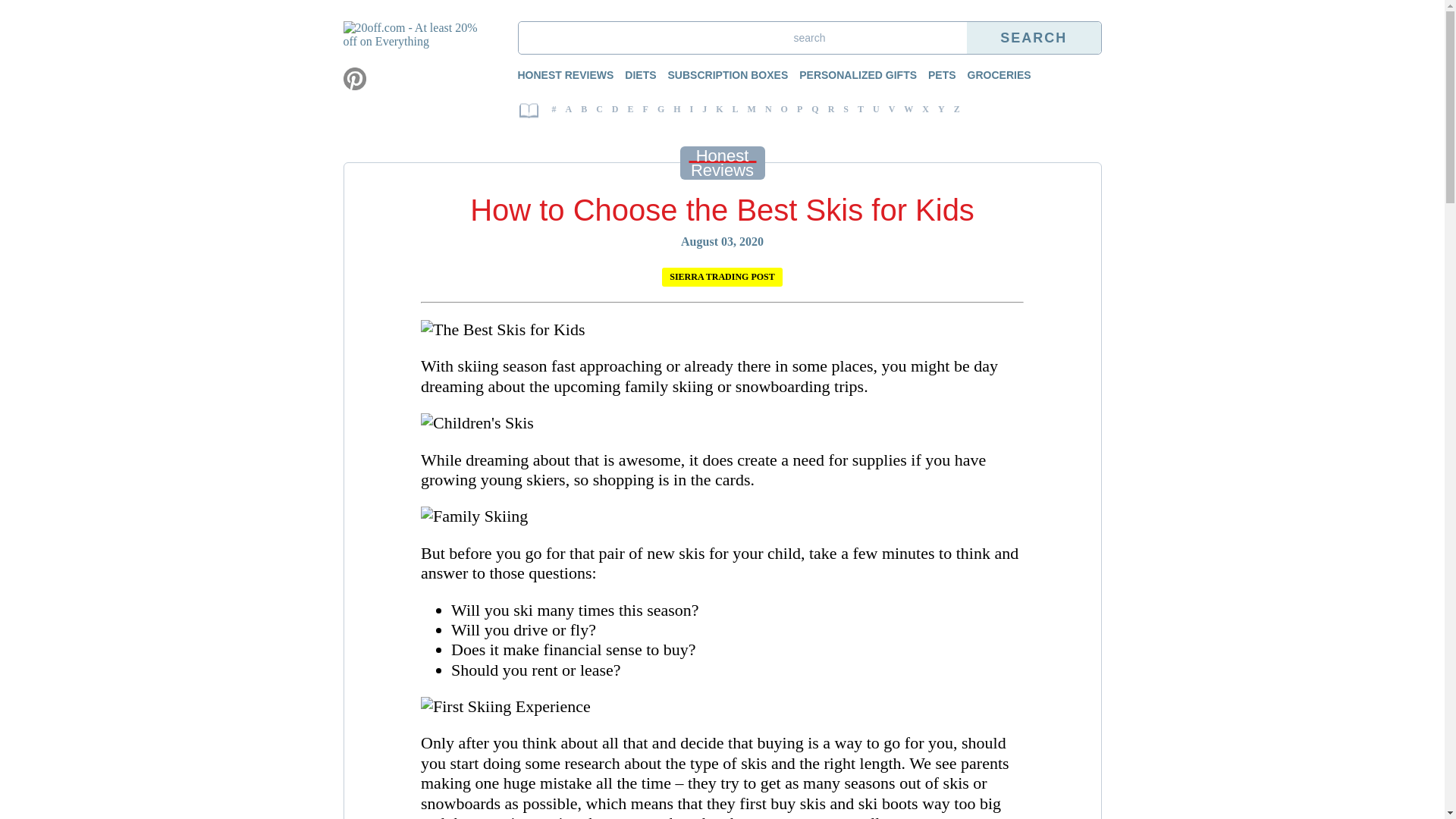 Image resolution: width=1456 pixels, height=819 pixels. Describe the element at coordinates (892, 108) in the screenshot. I see `'V'` at that location.